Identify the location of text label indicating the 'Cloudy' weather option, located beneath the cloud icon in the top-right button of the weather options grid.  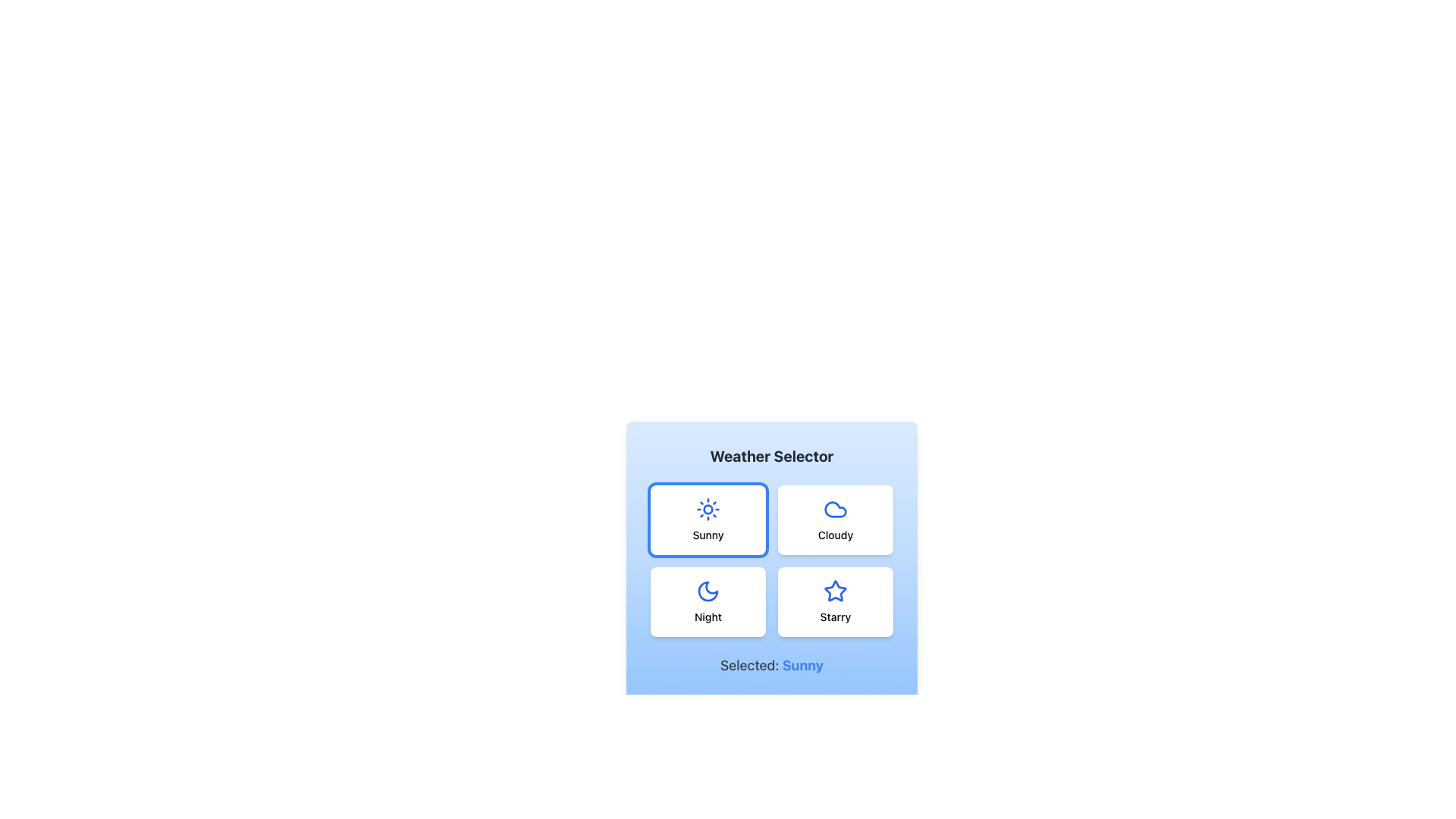
(835, 534).